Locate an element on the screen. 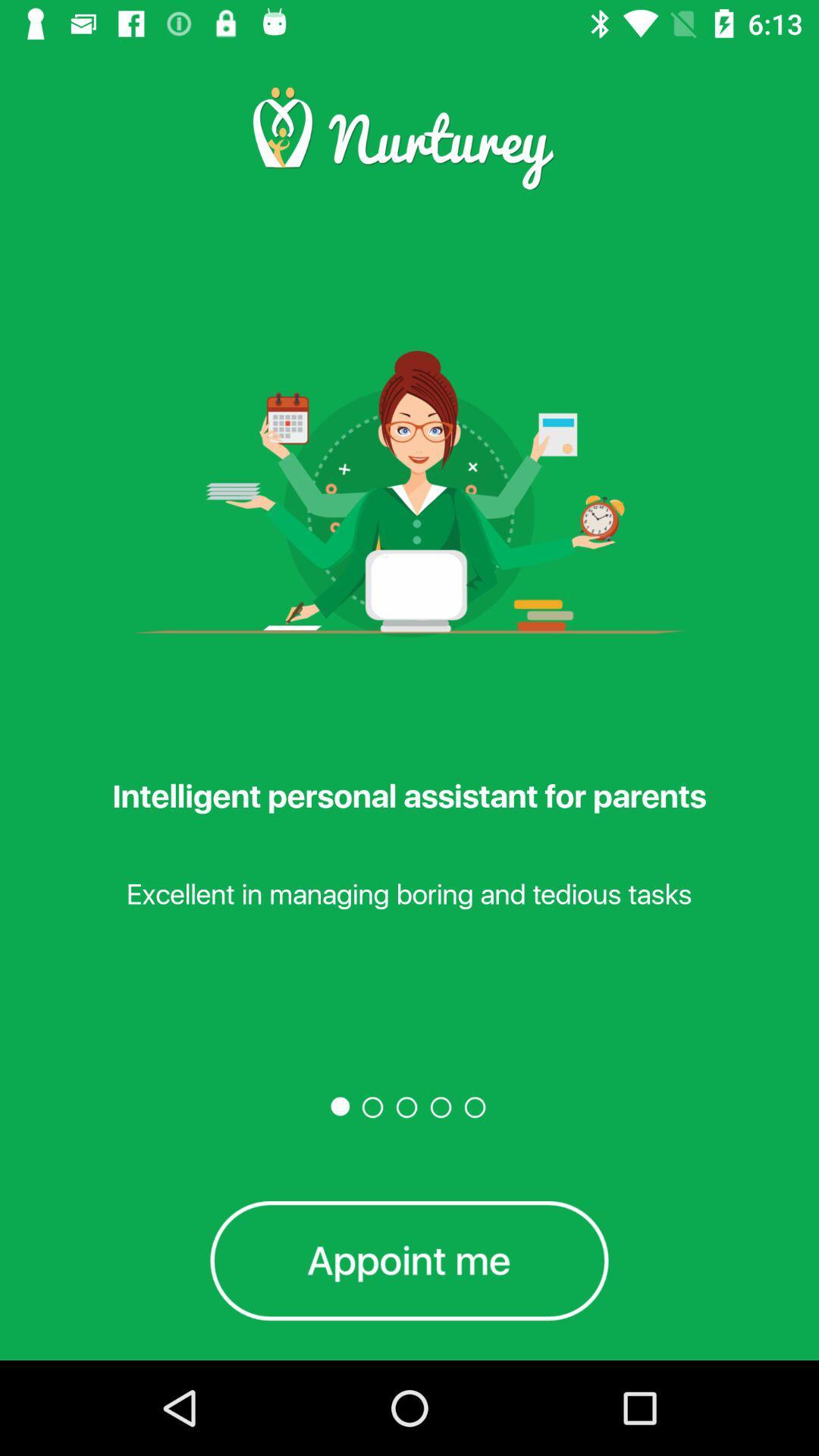 This screenshot has height=1456, width=819. the book icon is located at coordinates (409, 1260).